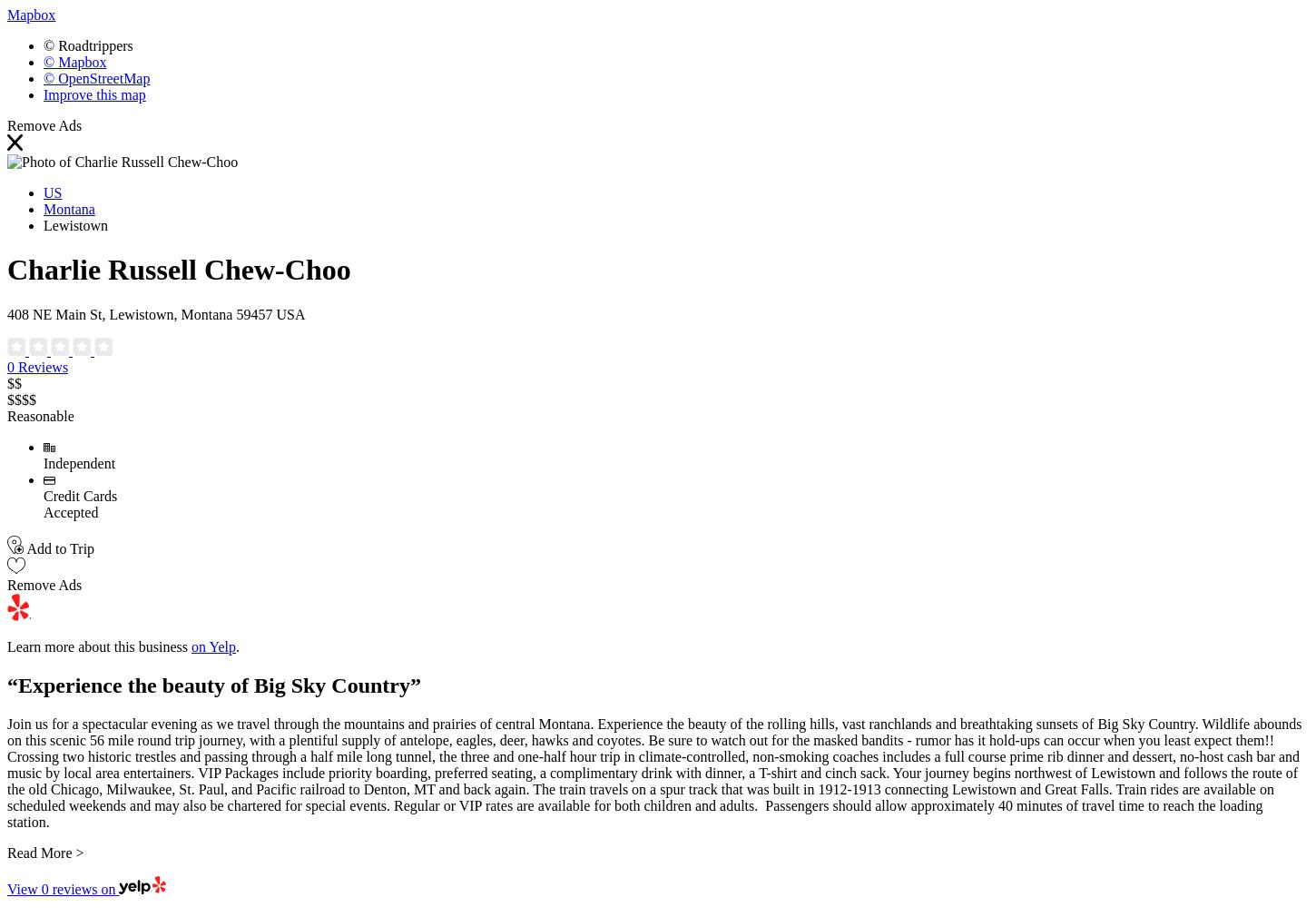  I want to click on 'View 0 reviews on', so click(61, 889).